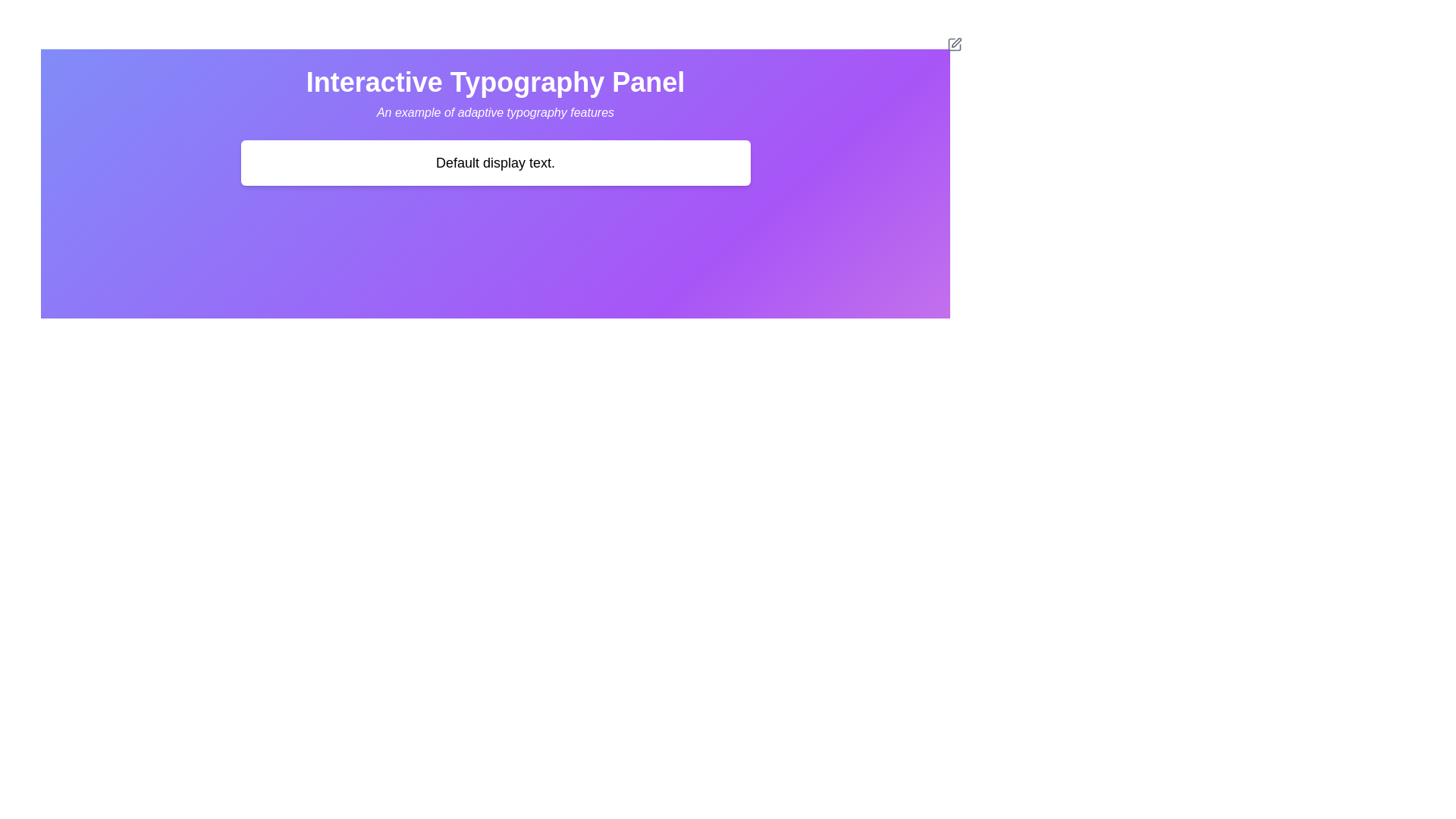 The width and height of the screenshot is (1456, 819). What do you see at coordinates (495, 112) in the screenshot?
I see `the static text block that describes the capabilities of adaptive typography, which is located underneath the title 'Interactive Typography Panel' and above the 'Default display text' placeholder` at bounding box center [495, 112].